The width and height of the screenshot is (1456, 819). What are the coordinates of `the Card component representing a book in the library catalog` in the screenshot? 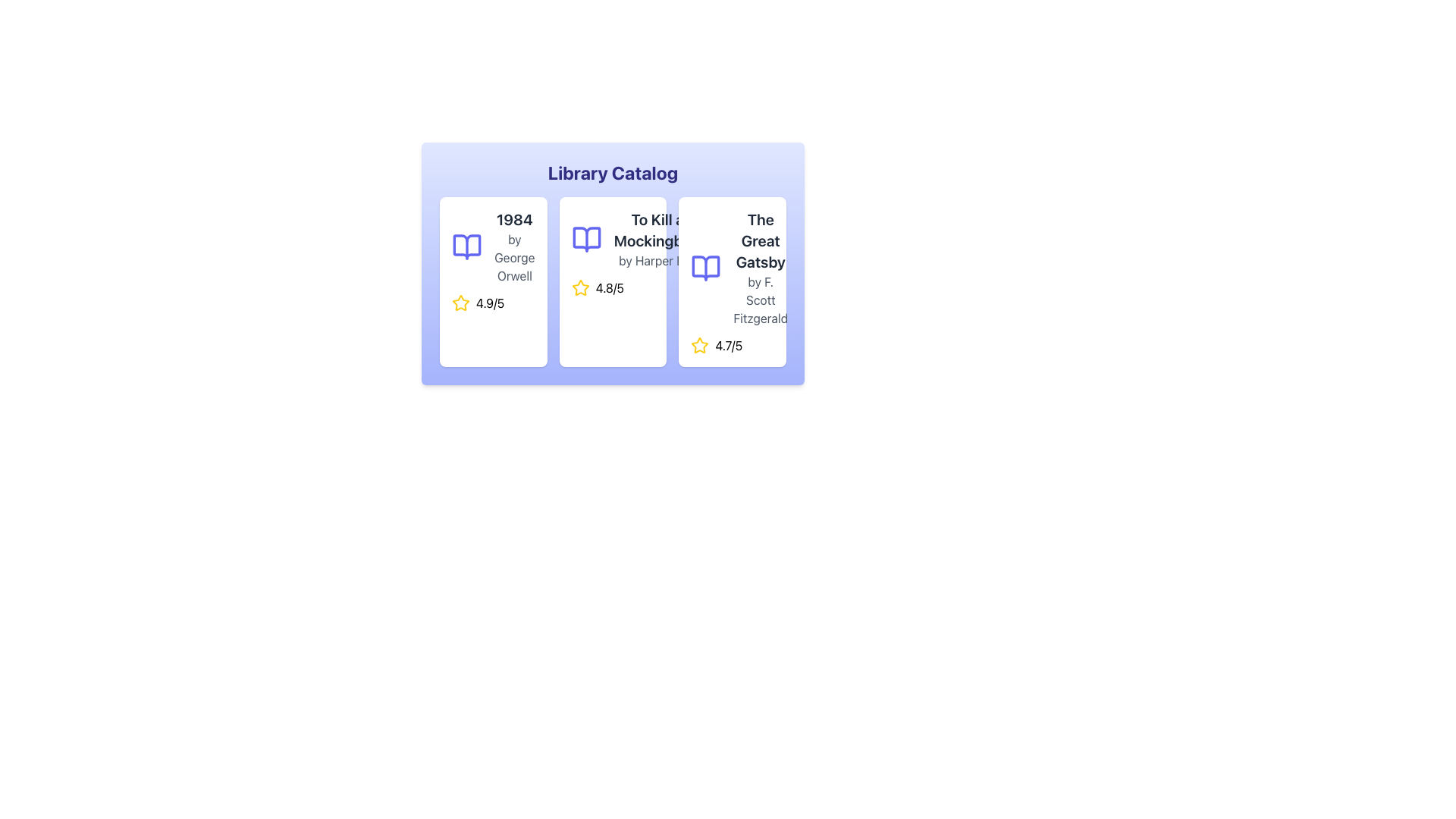 It's located at (493, 281).